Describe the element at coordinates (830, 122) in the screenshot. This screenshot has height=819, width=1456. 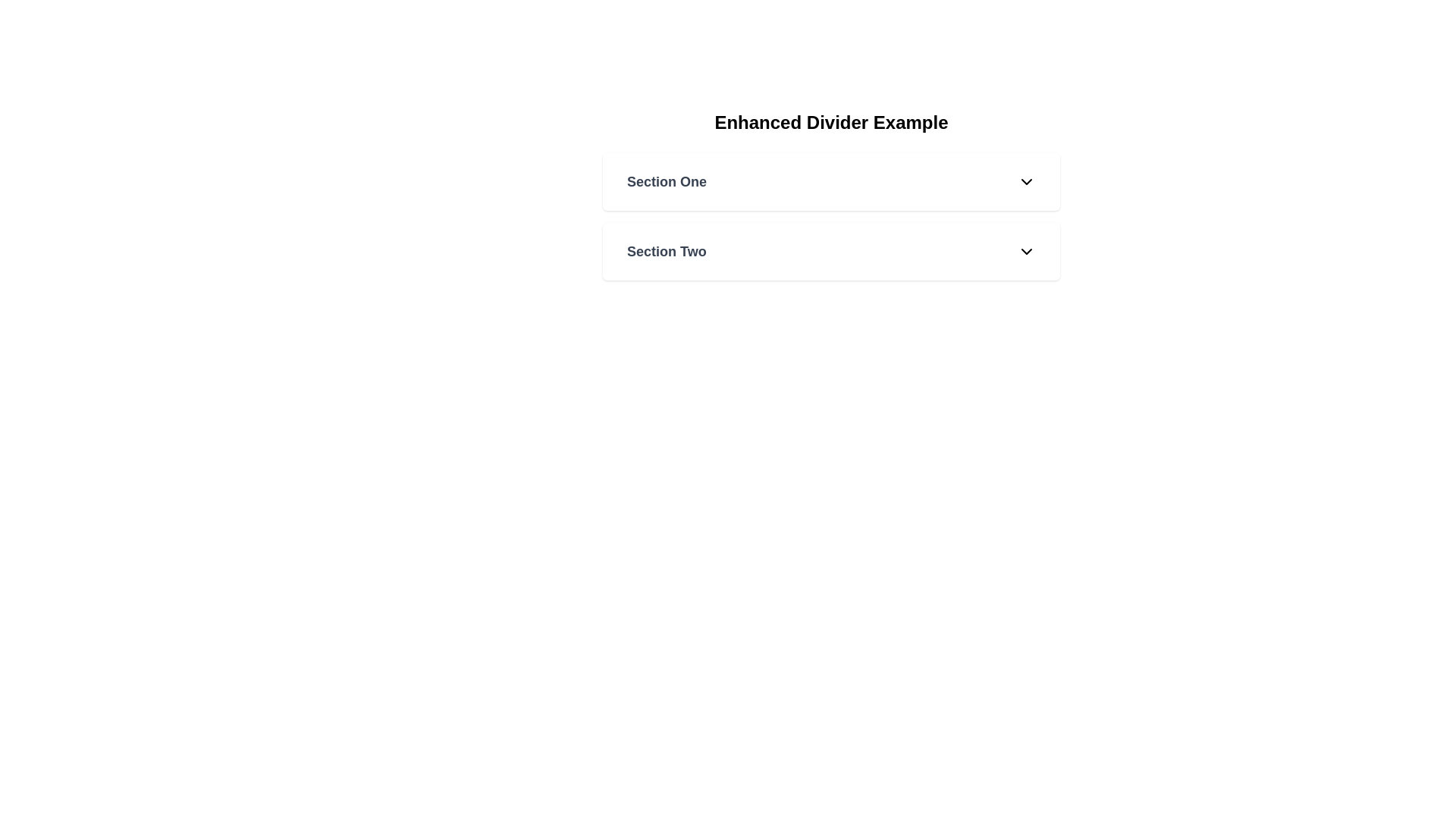
I see `the header text 'Enhanced Divider Example', which is prominently displayed in a bold, large font at the top of the section` at that location.